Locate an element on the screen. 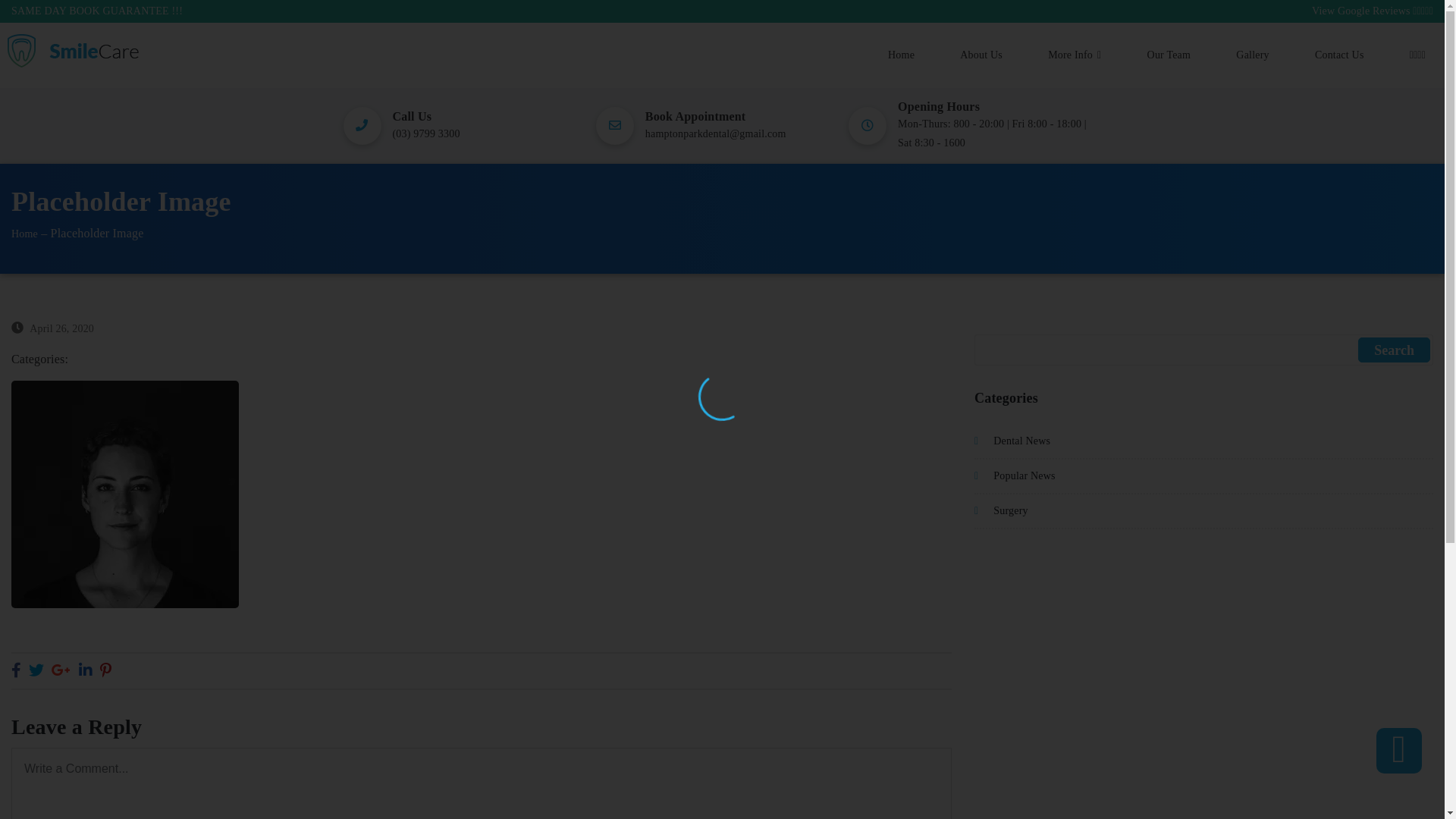  'hamptonparkdental@gmail.com' is located at coordinates (645, 133).